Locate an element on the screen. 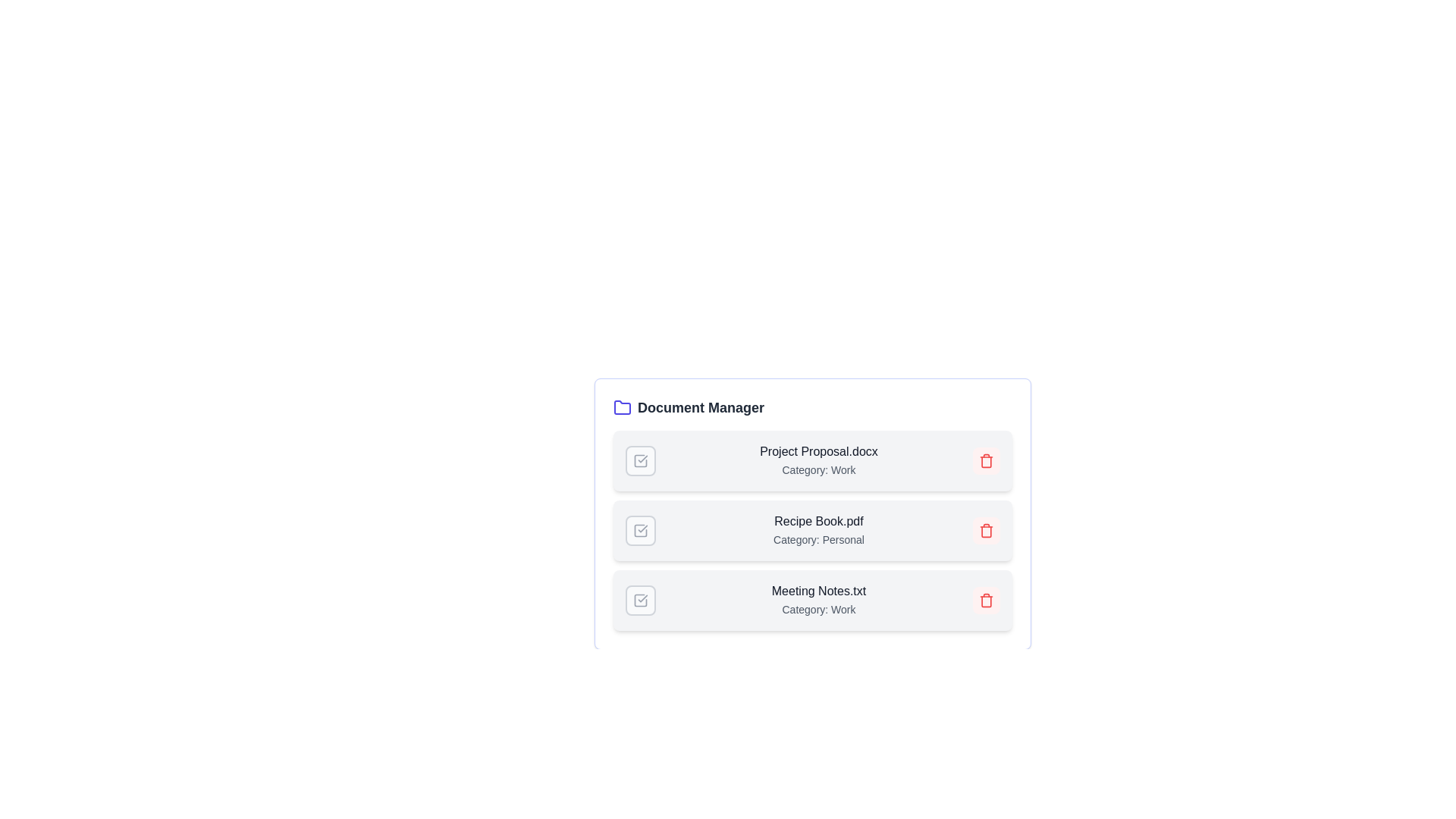 The image size is (1456, 819). file name and category from the text display representing a file entry in the document manager, located in the third row between 'Recipe Book.pdf' and the interface component below is located at coordinates (818, 599).